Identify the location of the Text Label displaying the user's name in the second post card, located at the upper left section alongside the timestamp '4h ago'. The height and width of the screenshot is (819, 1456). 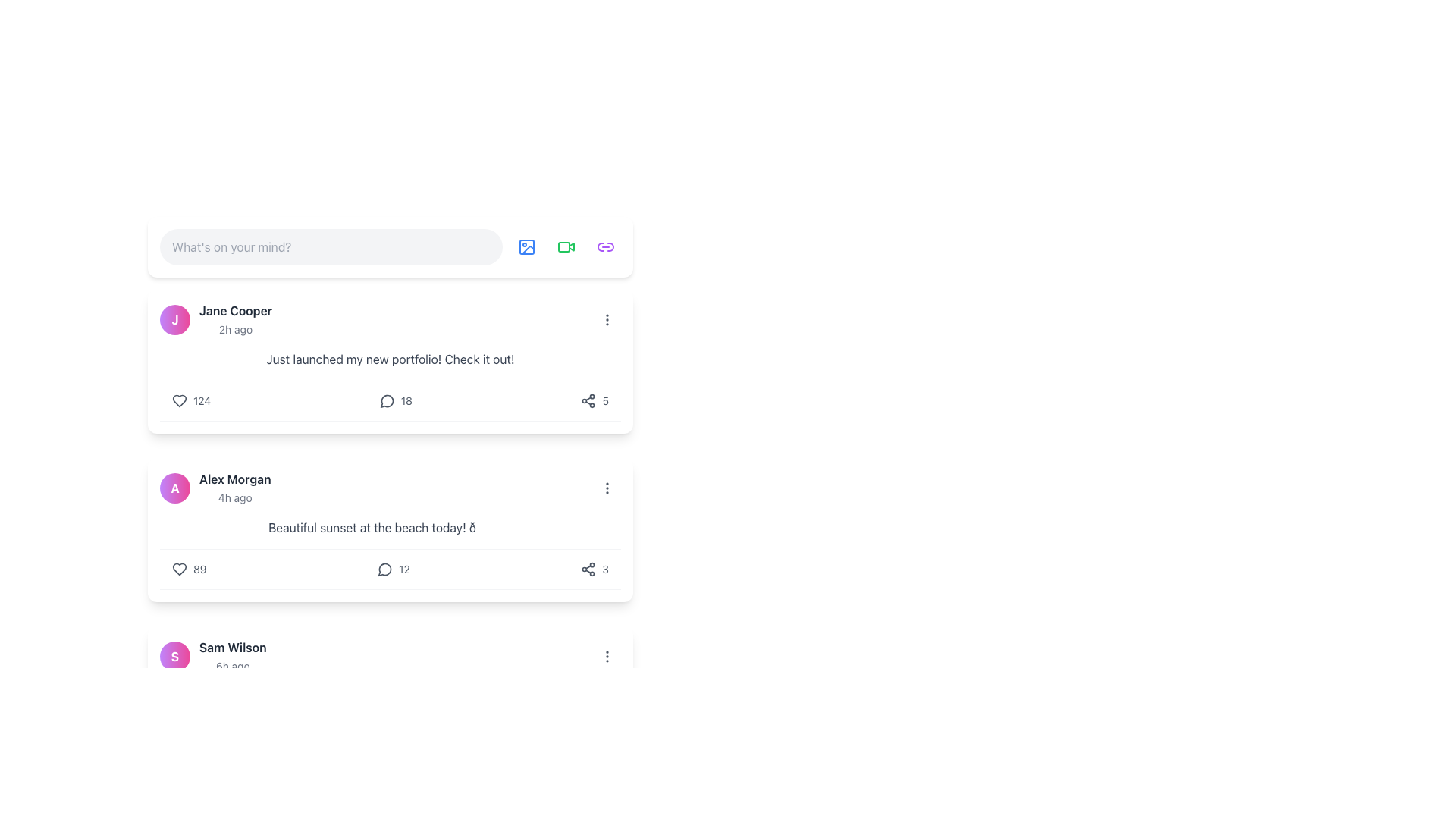
(234, 479).